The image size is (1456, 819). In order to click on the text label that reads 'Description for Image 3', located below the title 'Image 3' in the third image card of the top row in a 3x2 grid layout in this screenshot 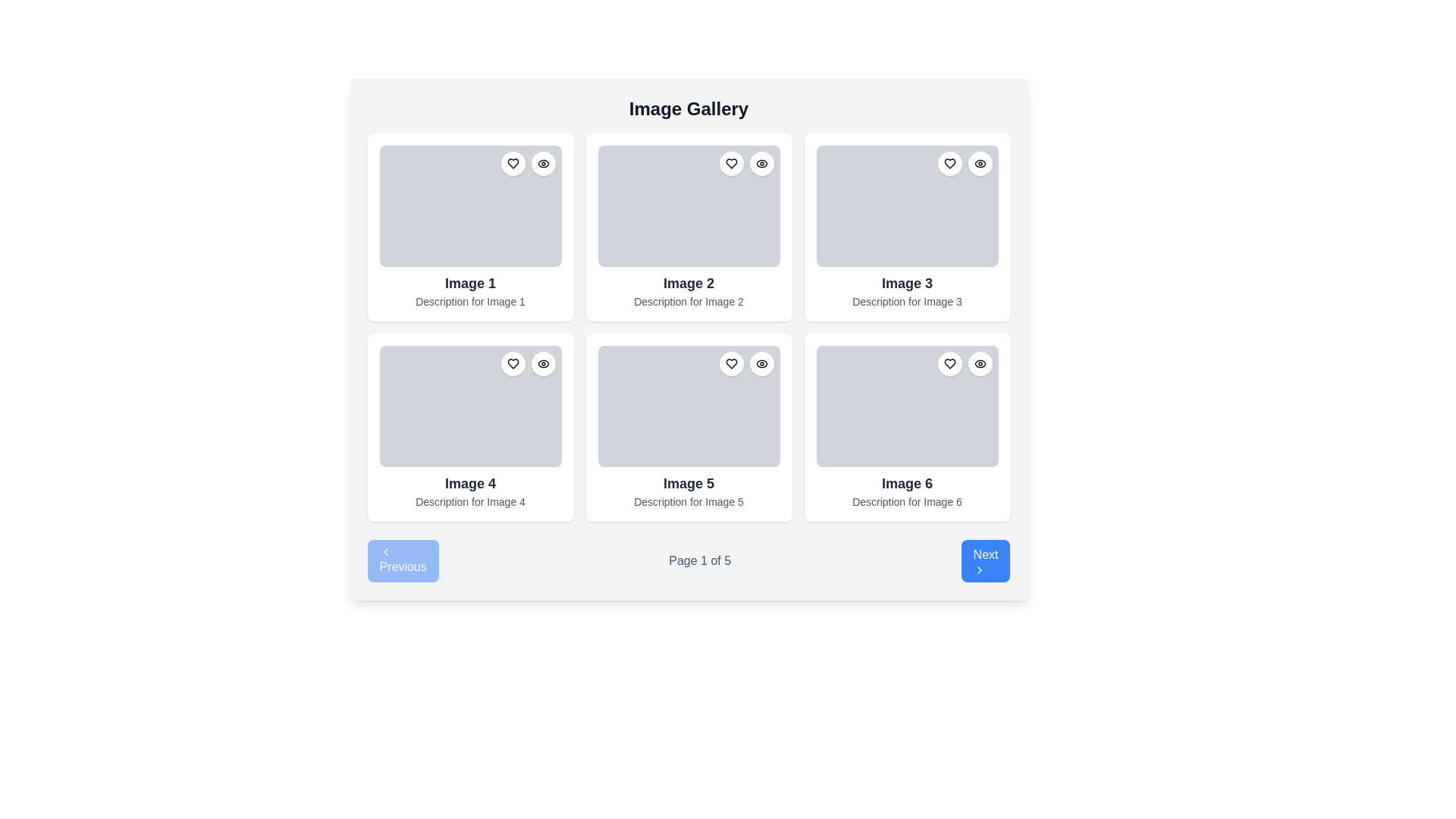, I will do `click(907, 301)`.